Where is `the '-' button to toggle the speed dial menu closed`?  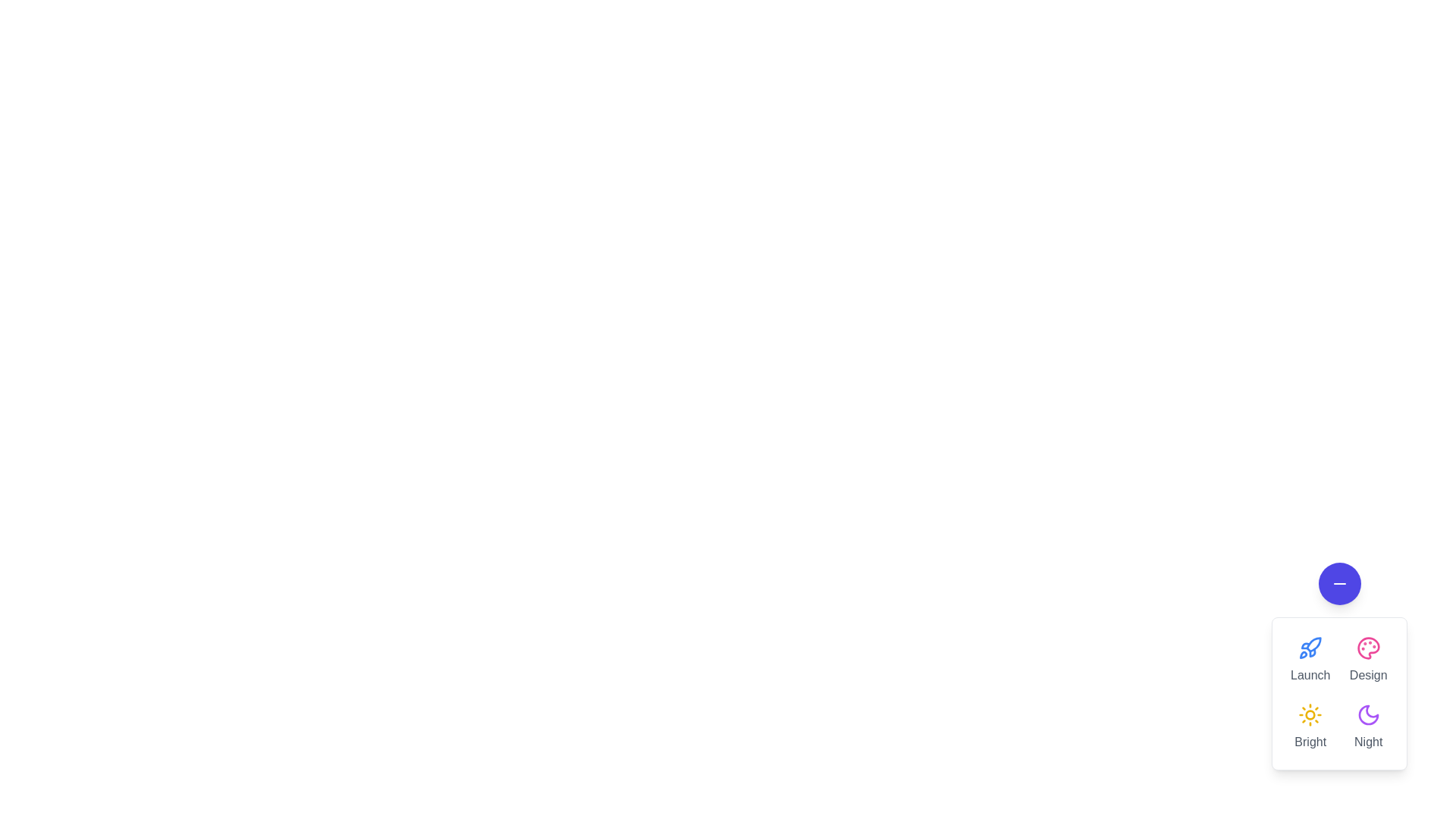 the '-' button to toggle the speed dial menu closed is located at coordinates (1339, 583).